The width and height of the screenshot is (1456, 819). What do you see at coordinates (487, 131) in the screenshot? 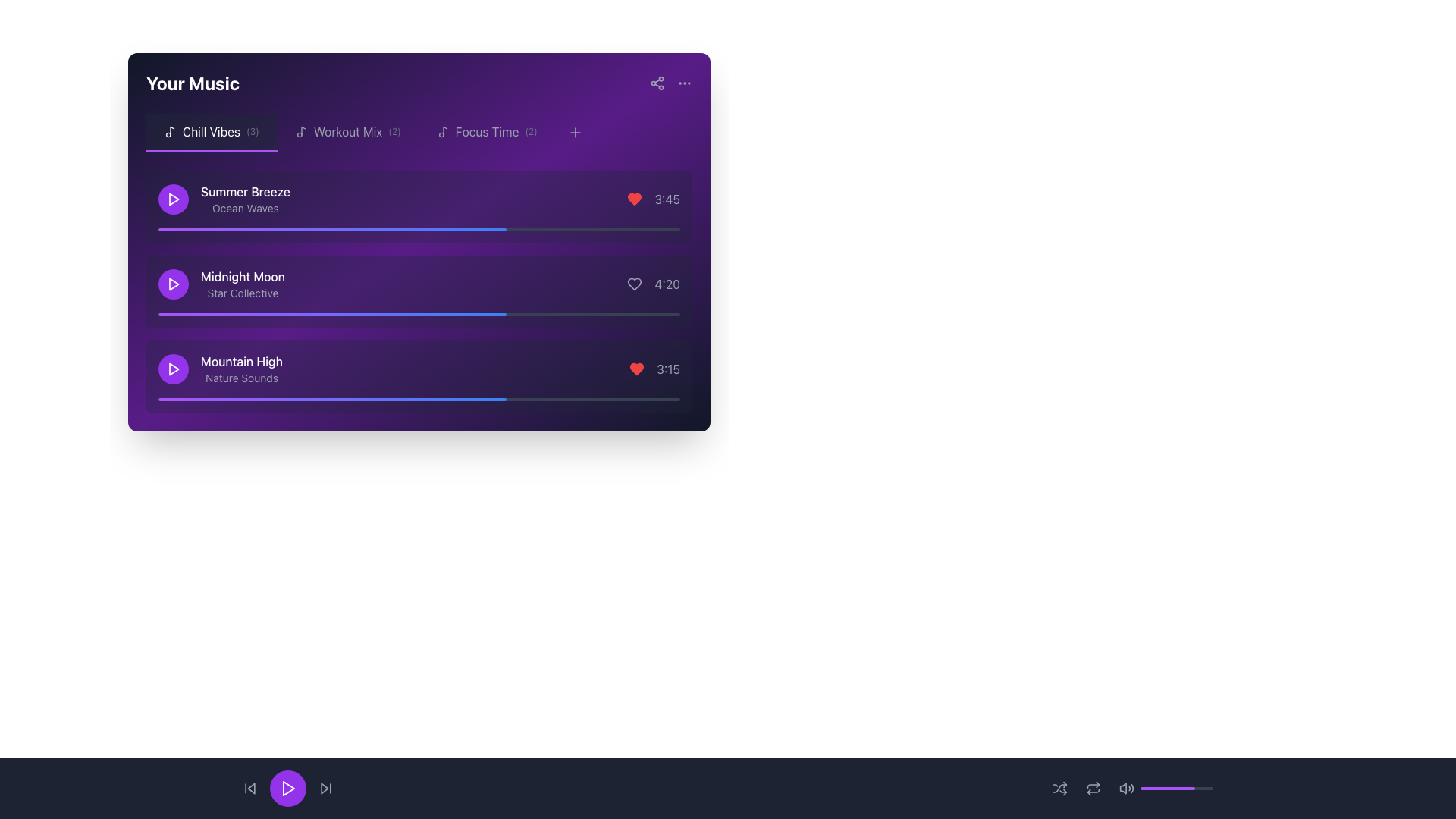
I see `the 'Focus Time (2)' tab in the navigation bar` at bounding box center [487, 131].